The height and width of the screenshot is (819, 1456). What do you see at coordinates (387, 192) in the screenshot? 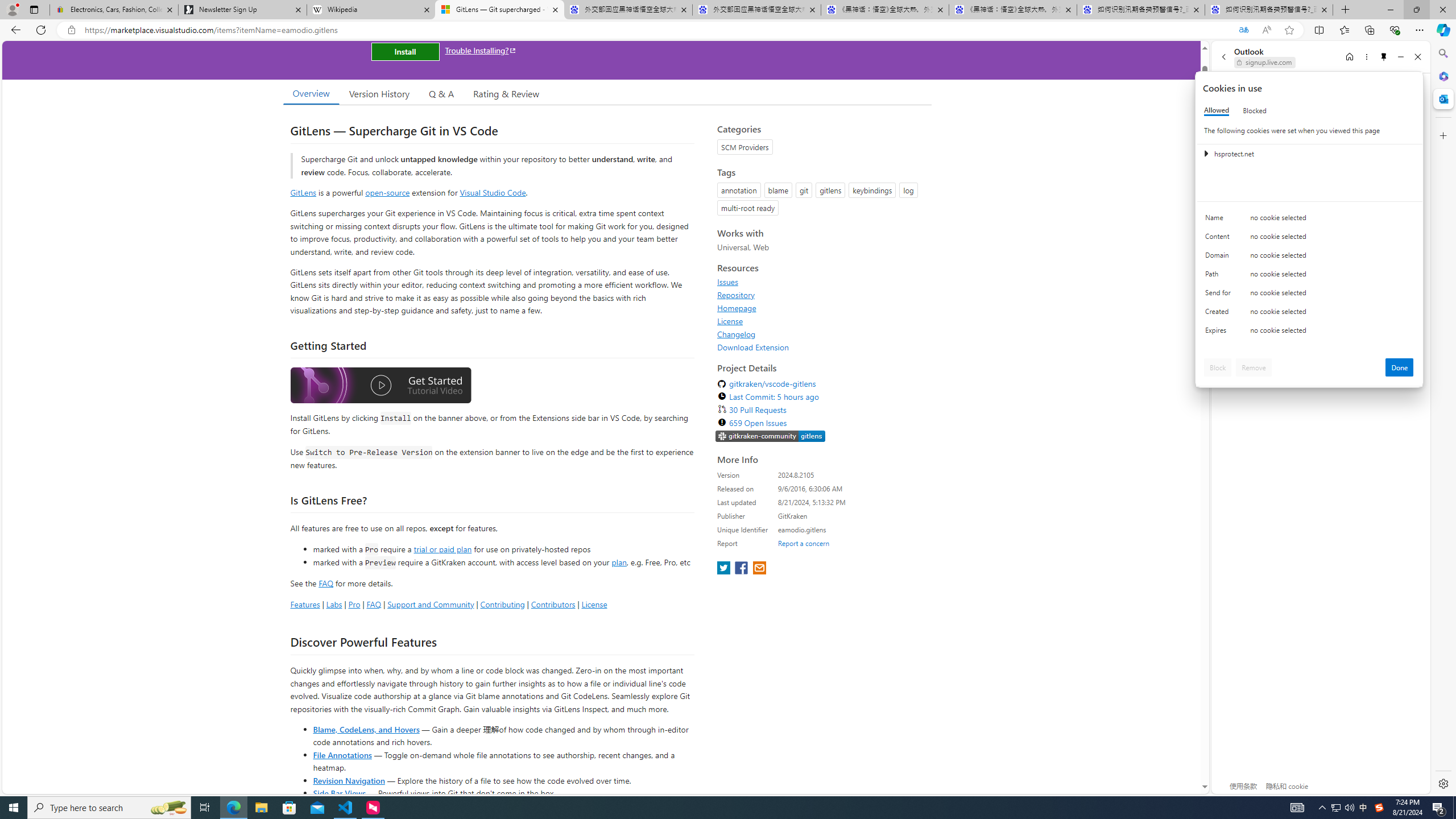
I see `'open-source'` at bounding box center [387, 192].